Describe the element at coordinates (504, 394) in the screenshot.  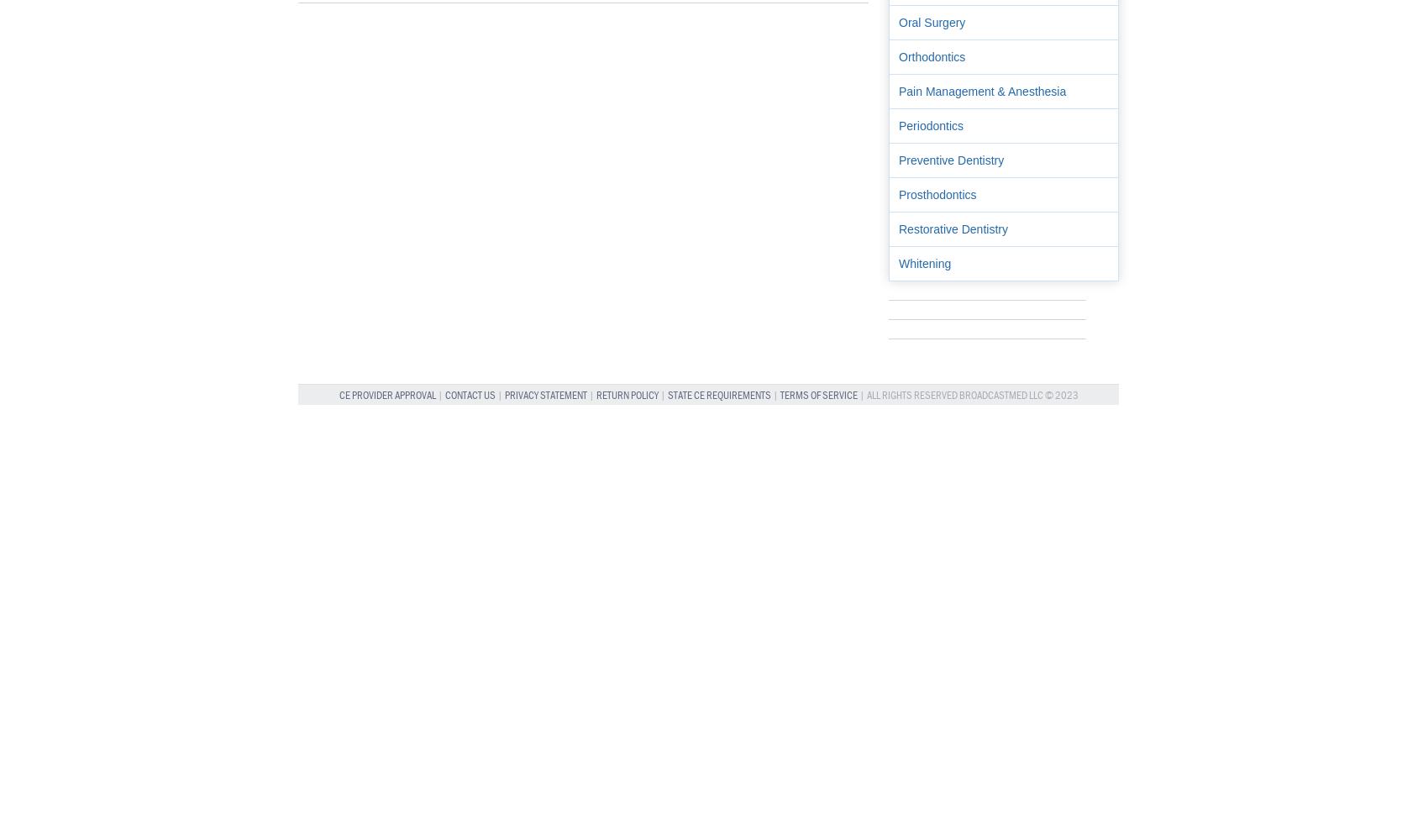
I see `'Privacy Statement'` at that location.